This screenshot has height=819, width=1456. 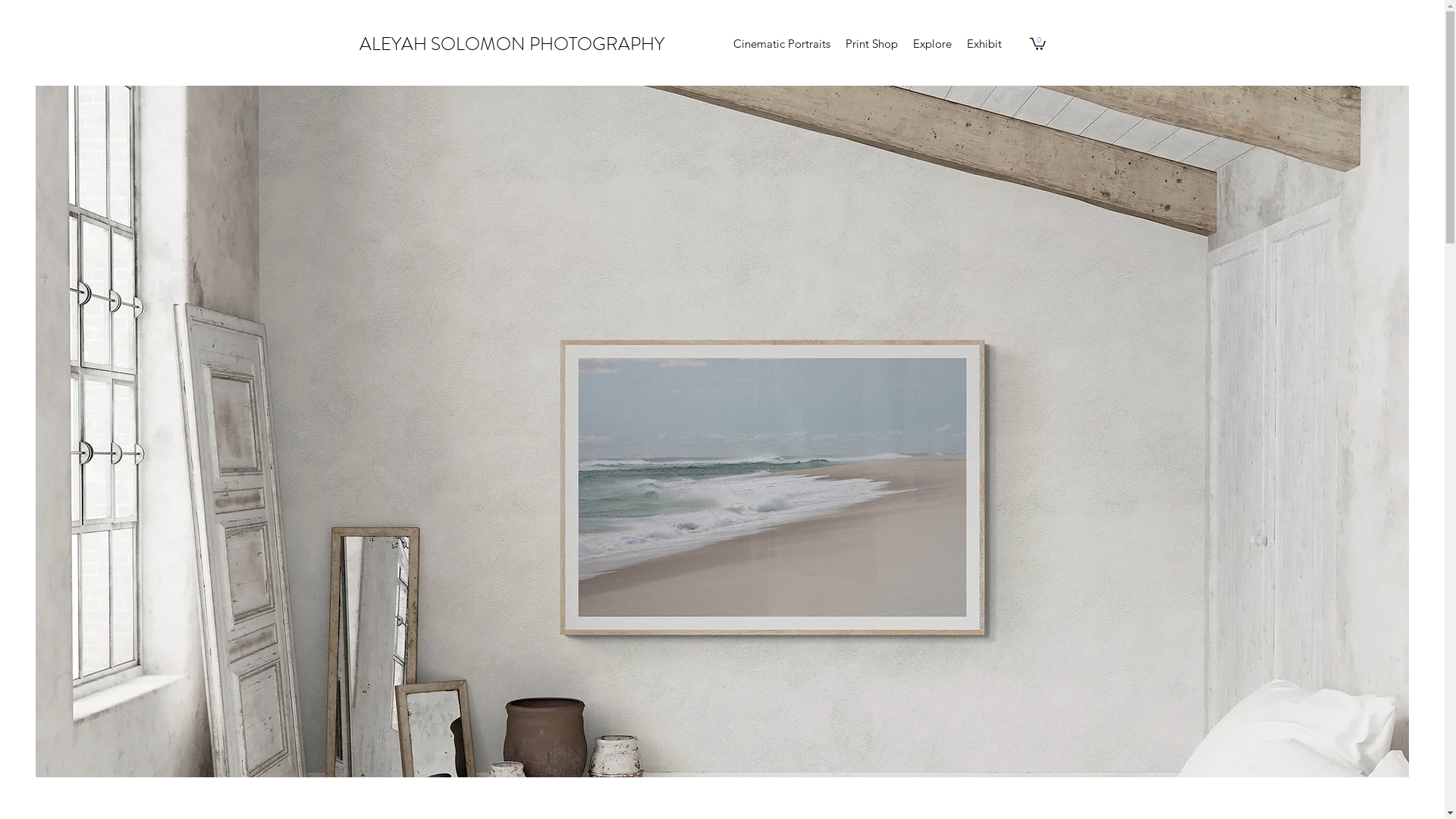 I want to click on 'Cinematic Portraits', so click(x=724, y=42).